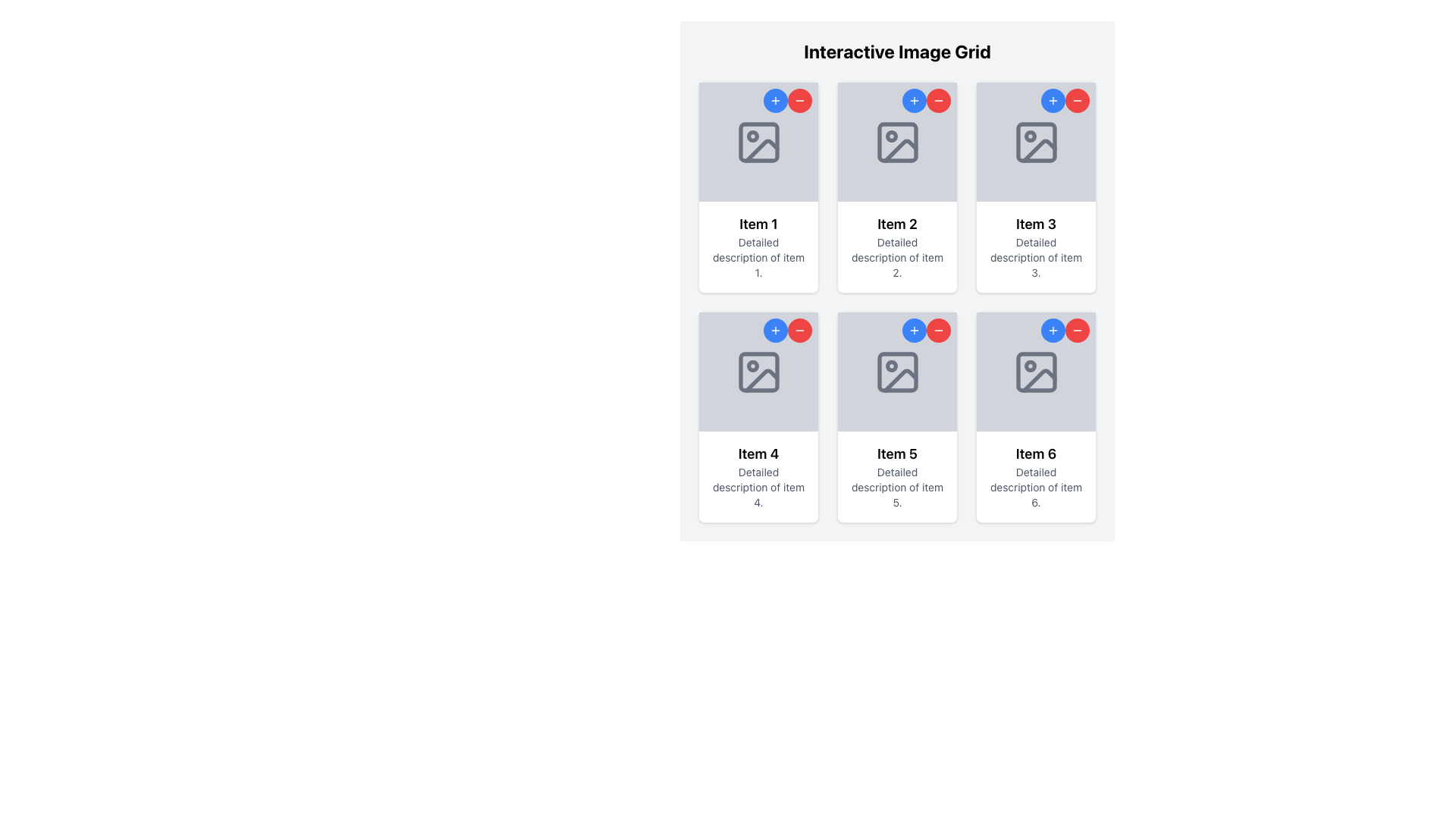 Image resolution: width=1456 pixels, height=819 pixels. Describe the element at coordinates (1035, 256) in the screenshot. I see `descriptive text located below the header 'Item 3' in the second column of the first row in the grid layout` at that location.